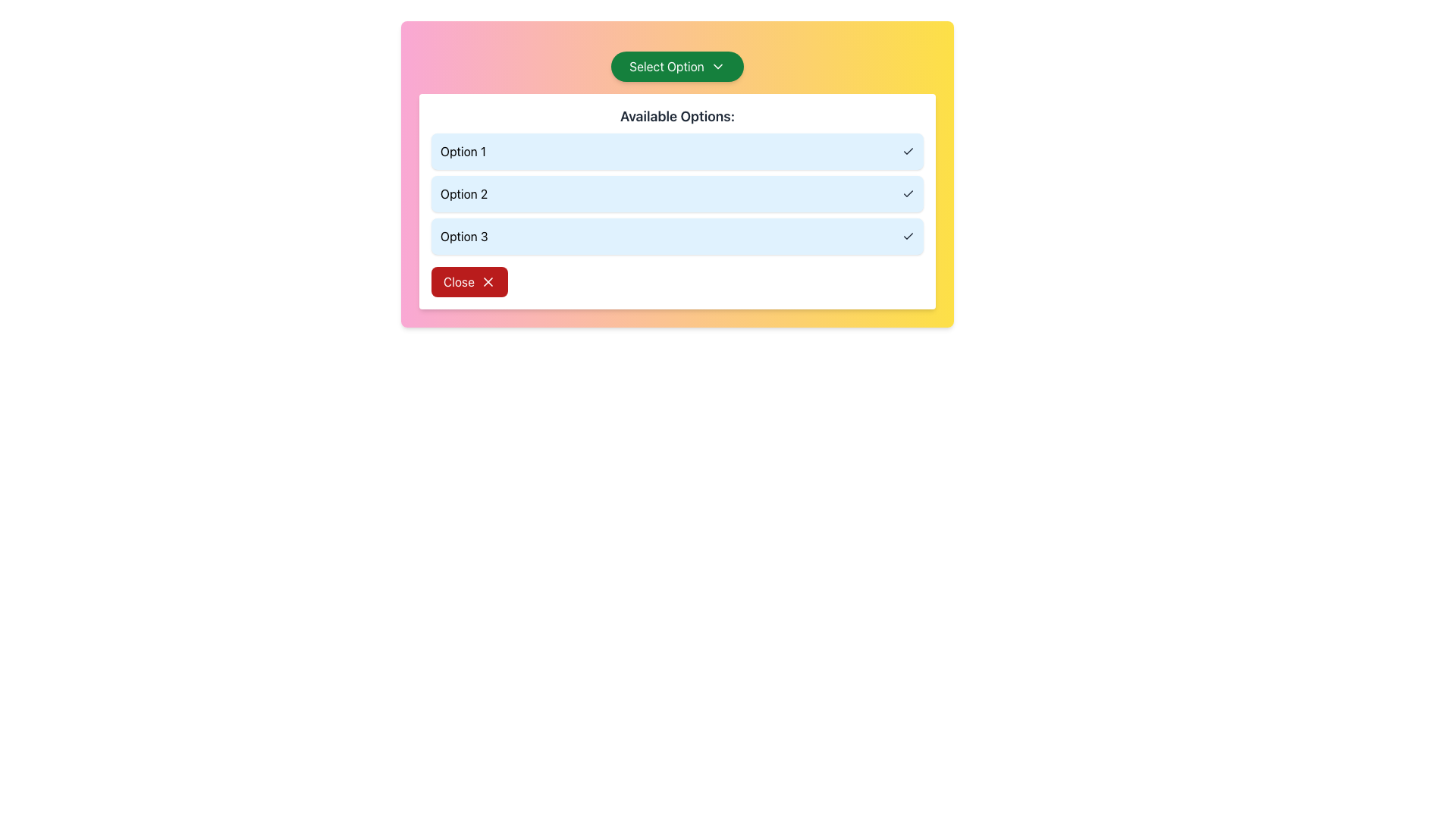 The width and height of the screenshot is (1456, 819). Describe the element at coordinates (908, 237) in the screenshot. I see `the visual feedback of the checkmark icon indicating that 'Option 3' is selected, located at the rightmost area of the third row` at that location.